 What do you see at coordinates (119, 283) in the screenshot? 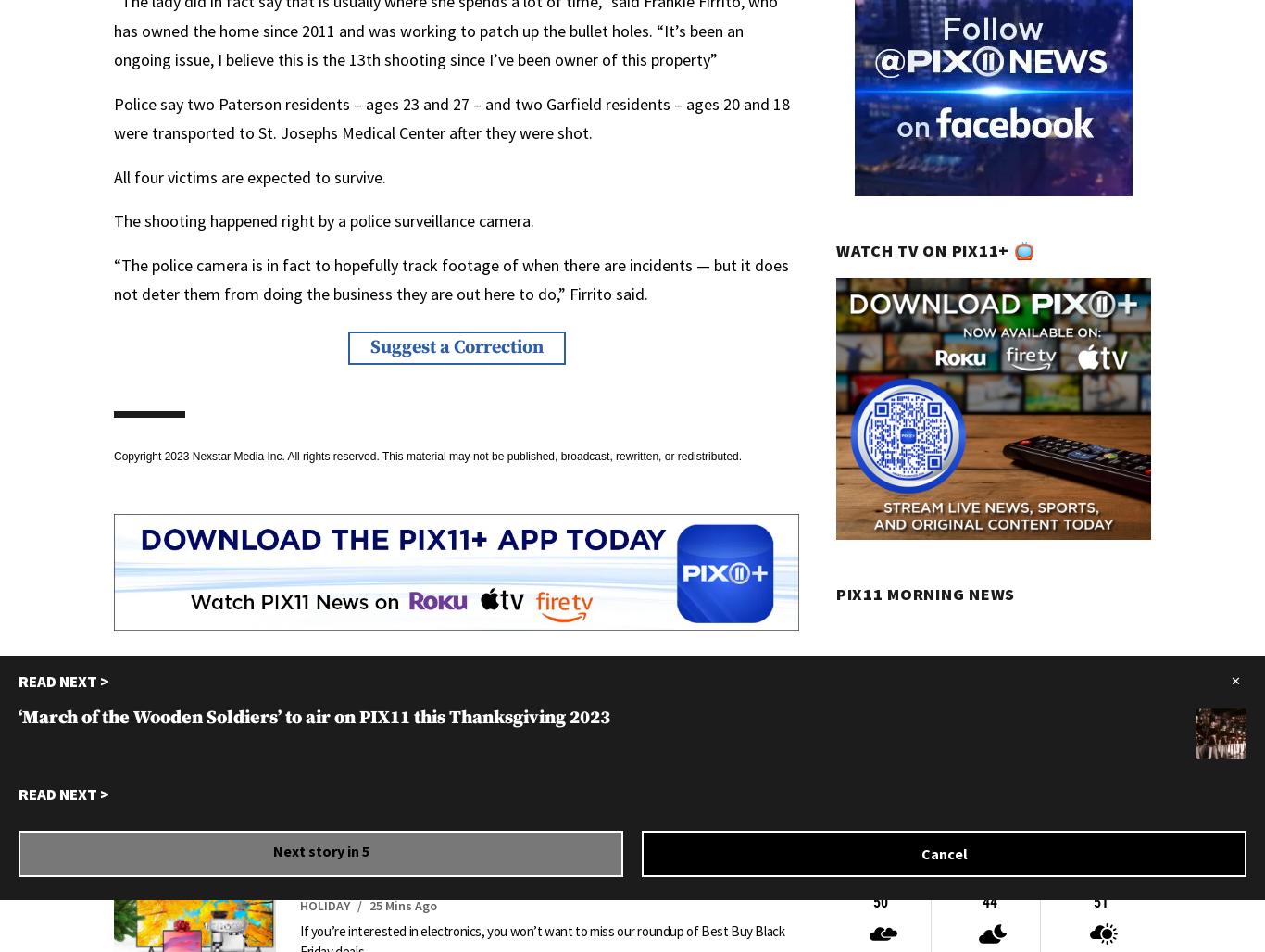
I see `'Great gift ideas that are on Josh McBride’s Black …'` at bounding box center [119, 283].